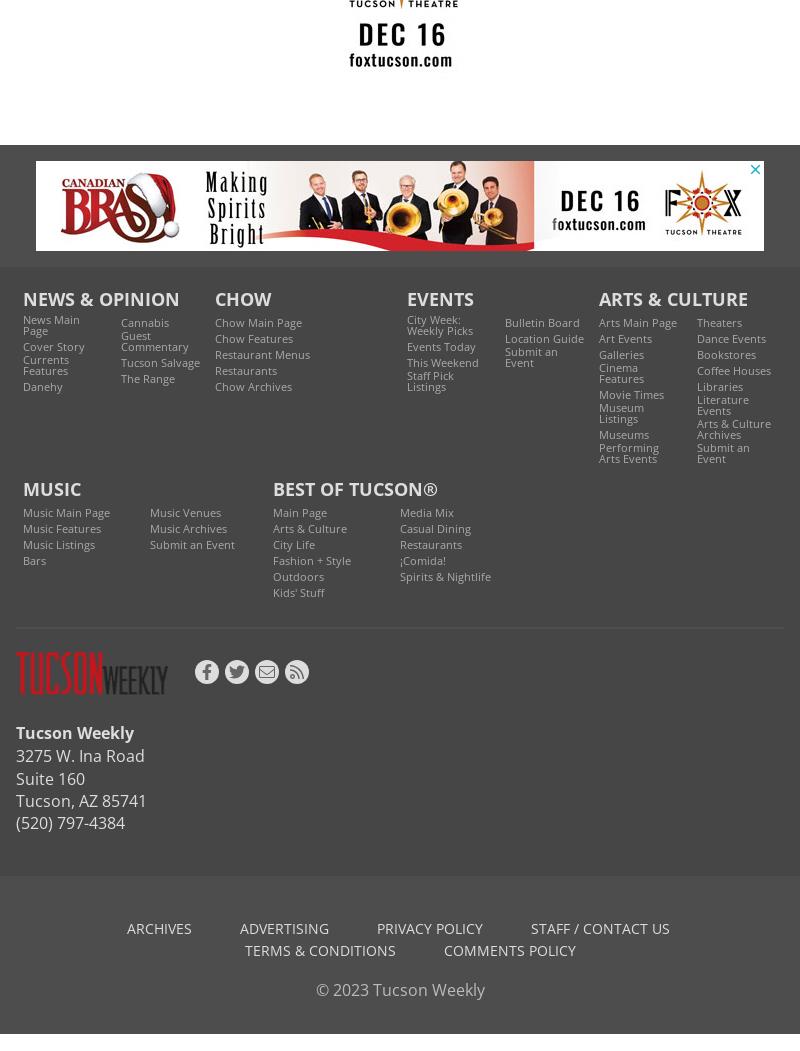  What do you see at coordinates (434, 526) in the screenshot?
I see `'Casual Dining'` at bounding box center [434, 526].